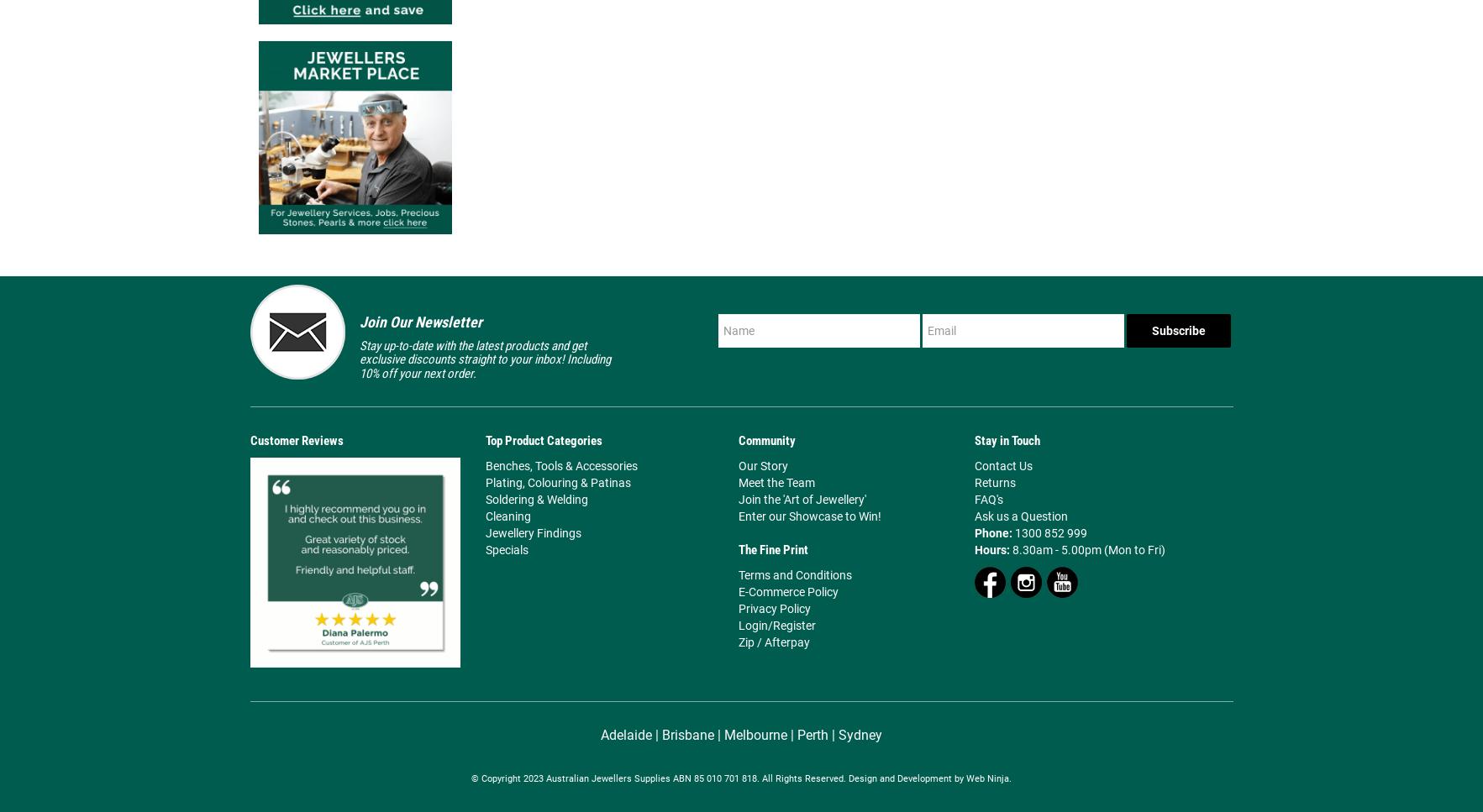 The width and height of the screenshot is (1483, 812). What do you see at coordinates (483, 358) in the screenshot?
I see `'Stay up-to-date with the latest products and get exclusive discounts straight to your inbox! Including 10% off your next order.'` at bounding box center [483, 358].